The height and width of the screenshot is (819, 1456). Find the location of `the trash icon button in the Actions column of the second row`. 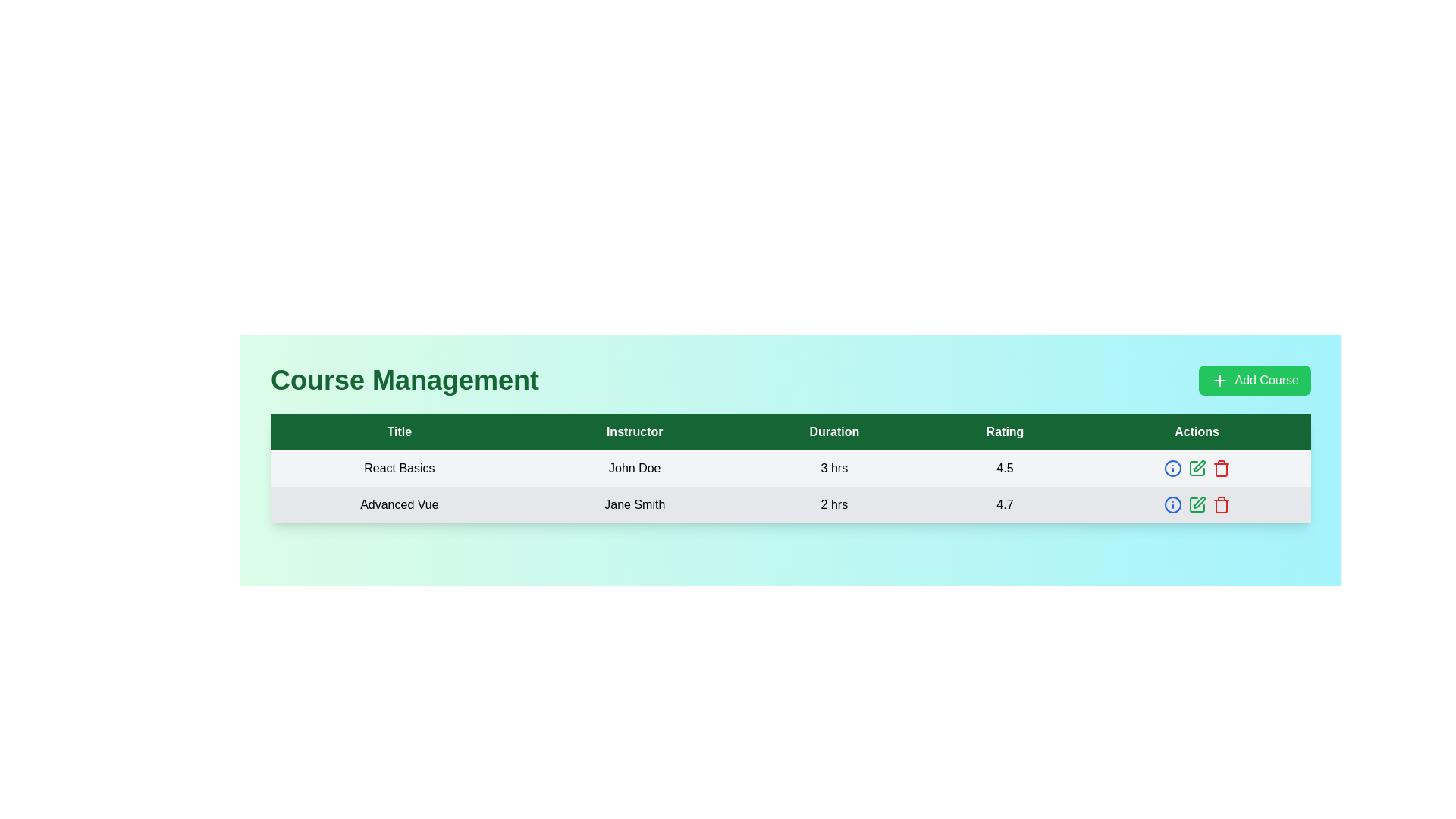

the trash icon button in the Actions column of the second row is located at coordinates (1221, 505).